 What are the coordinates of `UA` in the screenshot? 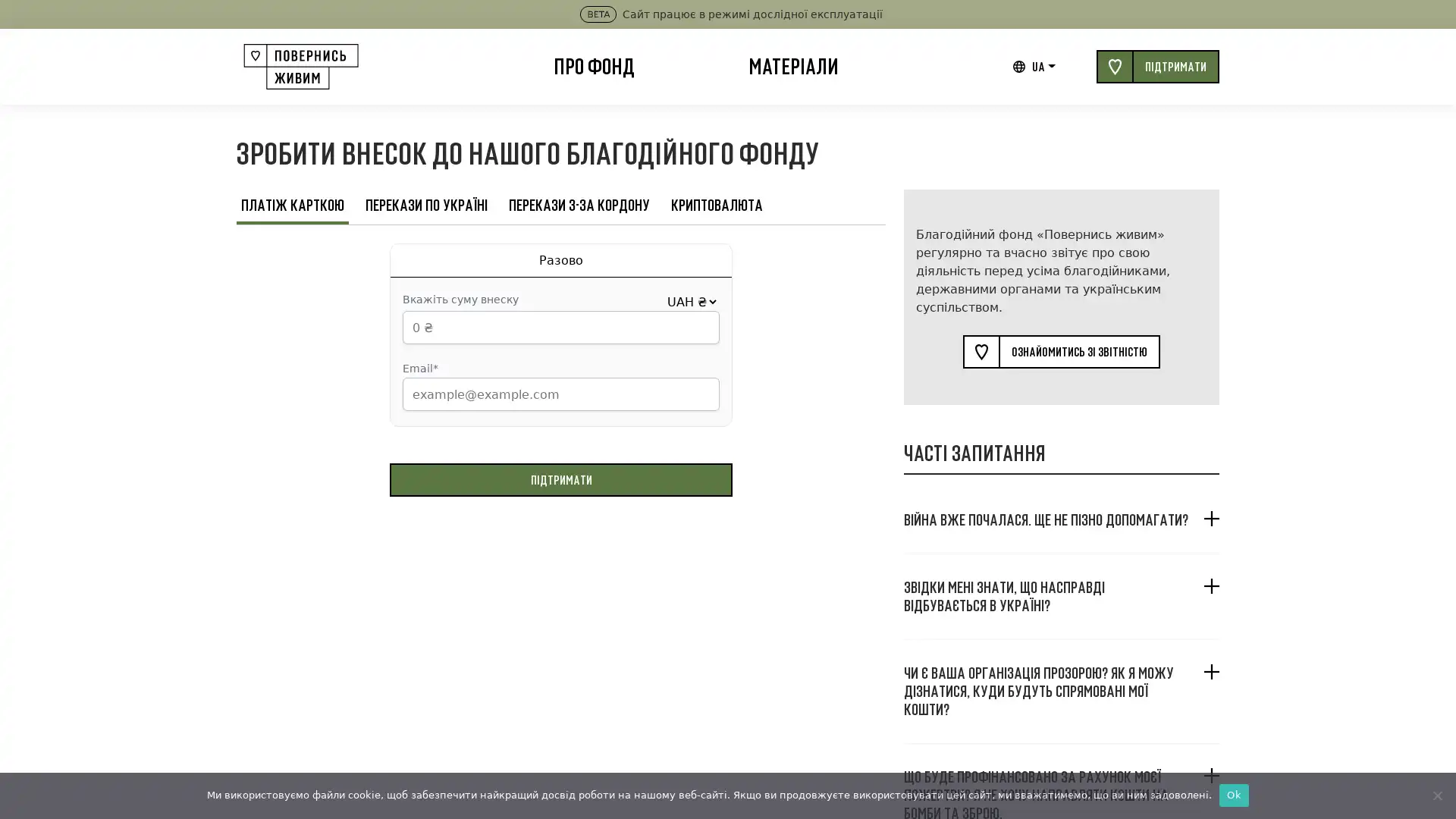 It's located at (1043, 66).